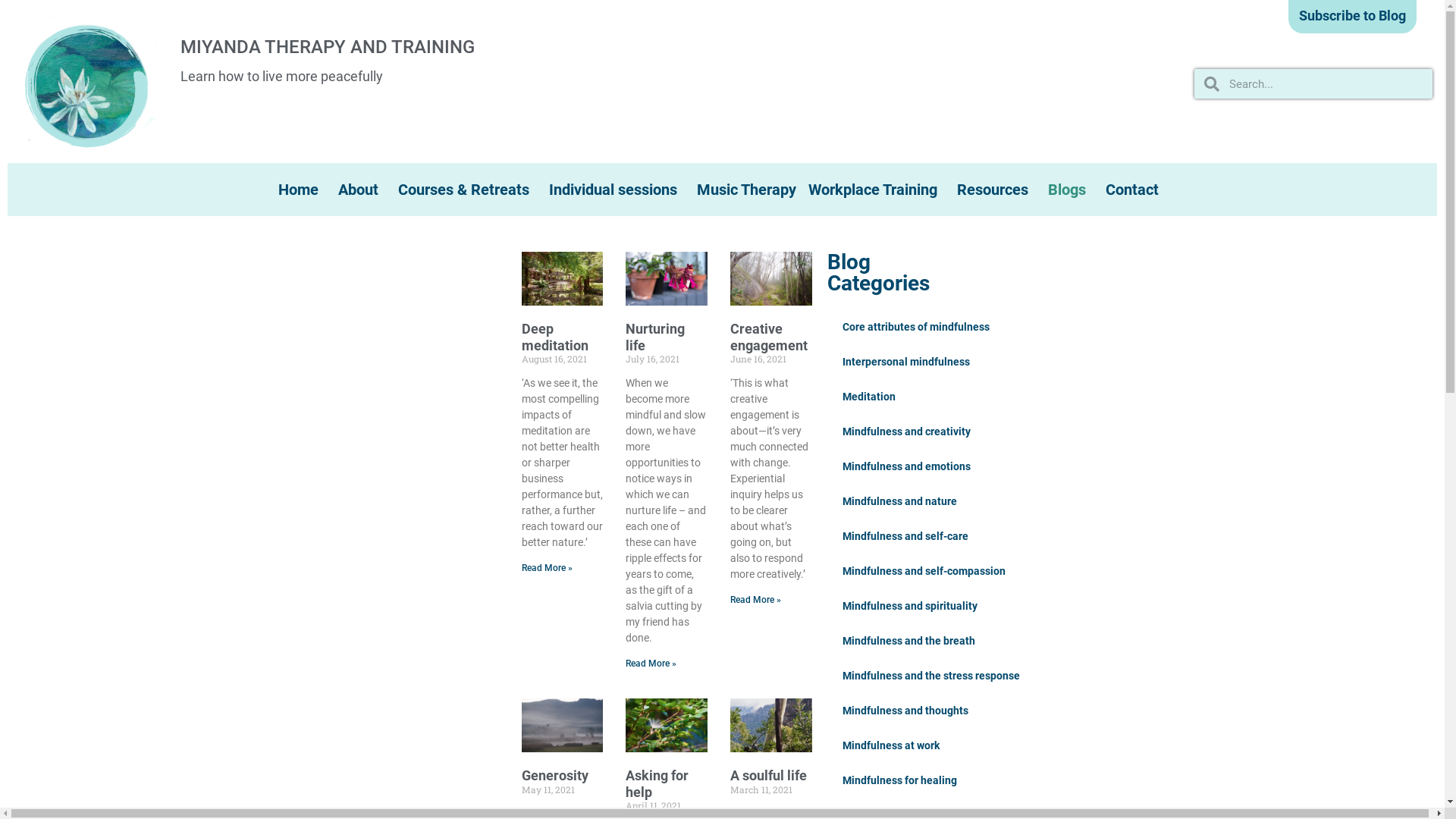 This screenshot has height=819, width=1456. I want to click on 'Core attributes of mindfulness', so click(915, 326).